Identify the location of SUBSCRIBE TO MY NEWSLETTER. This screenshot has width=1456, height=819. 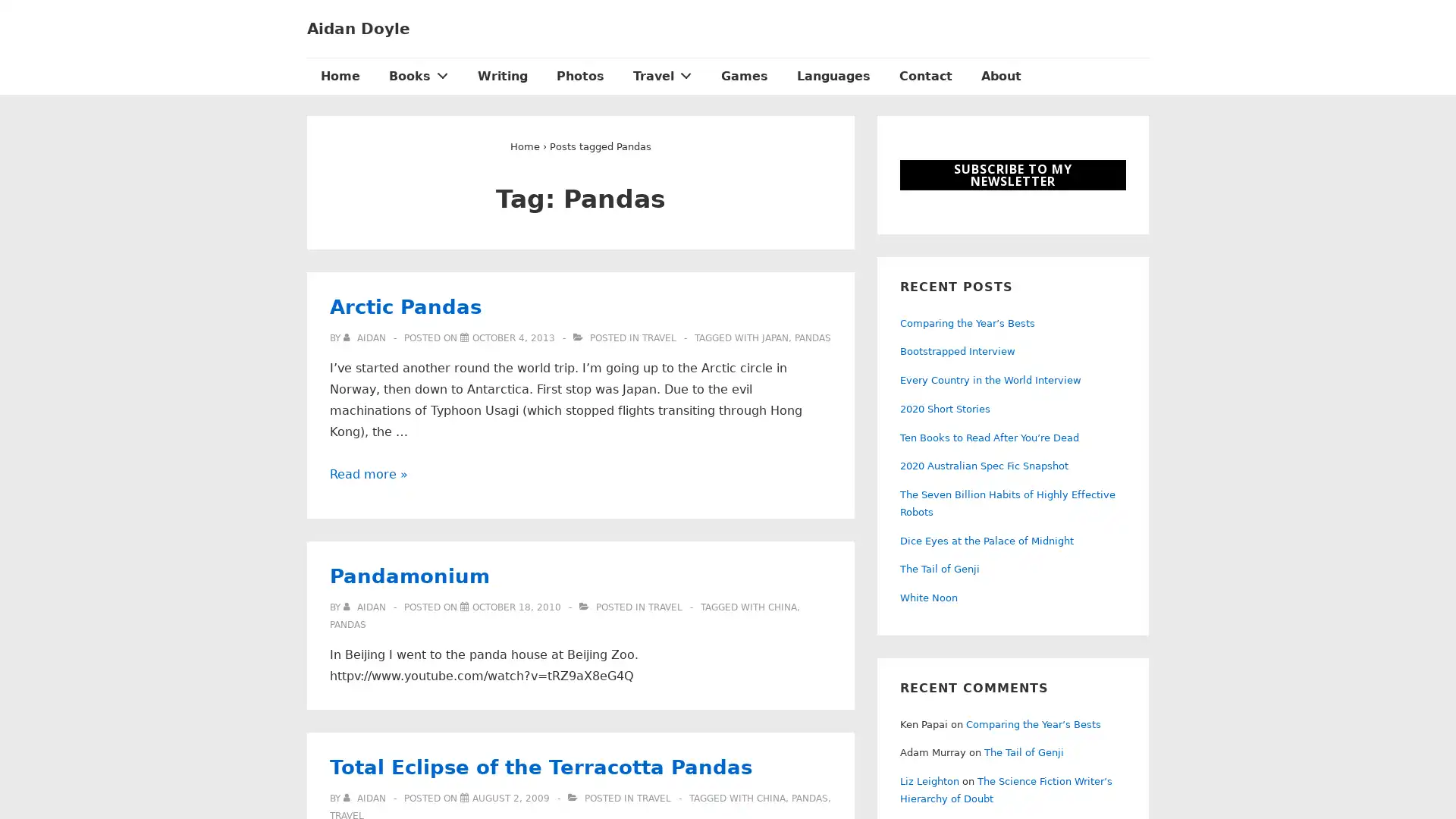
(1012, 174).